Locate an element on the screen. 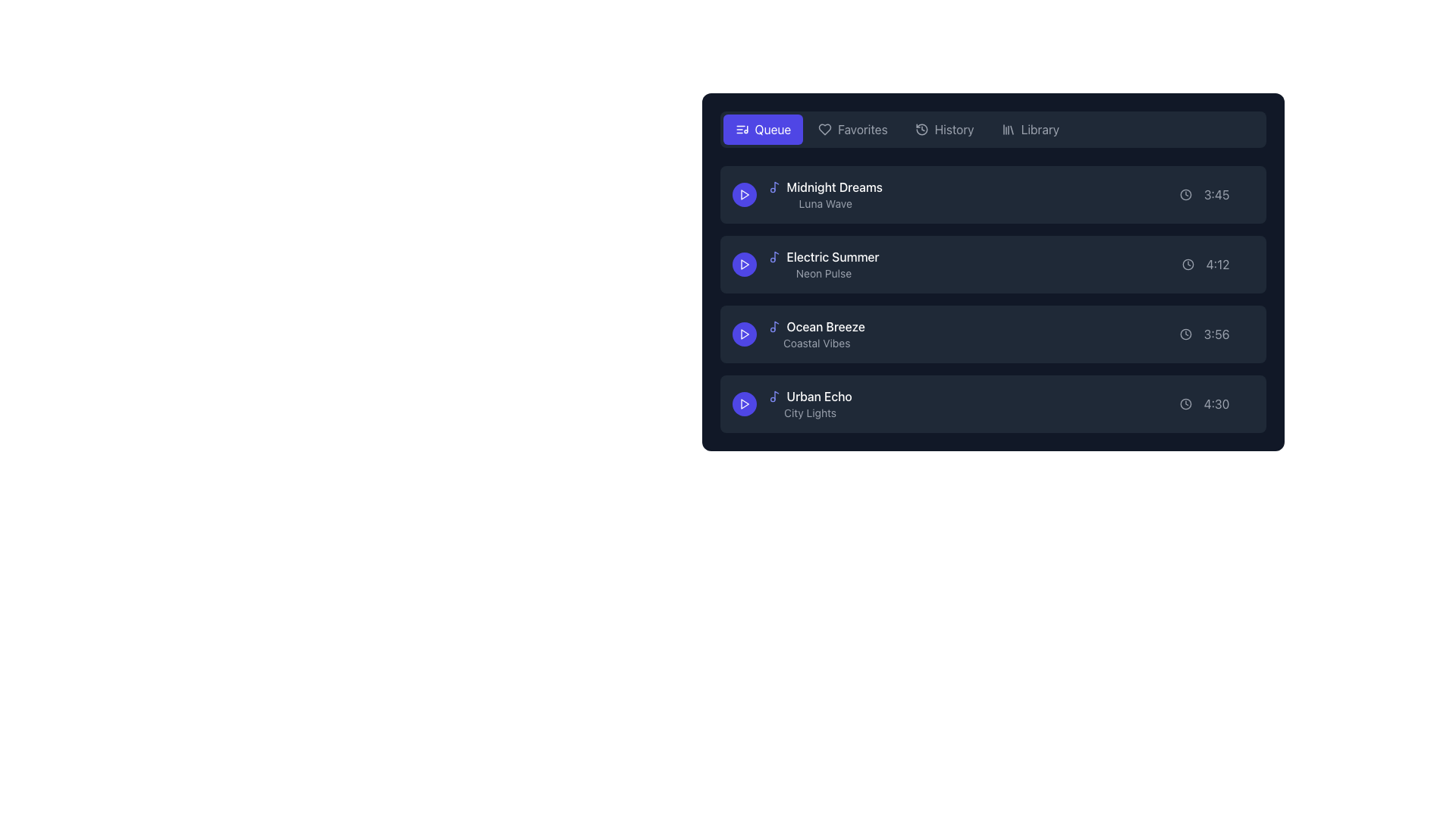 The image size is (1456, 819). the 'Favorites' button, which features a heart icon and is positioned between the 'Queue' and 'History' buttons in a horizontal list is located at coordinates (852, 128).